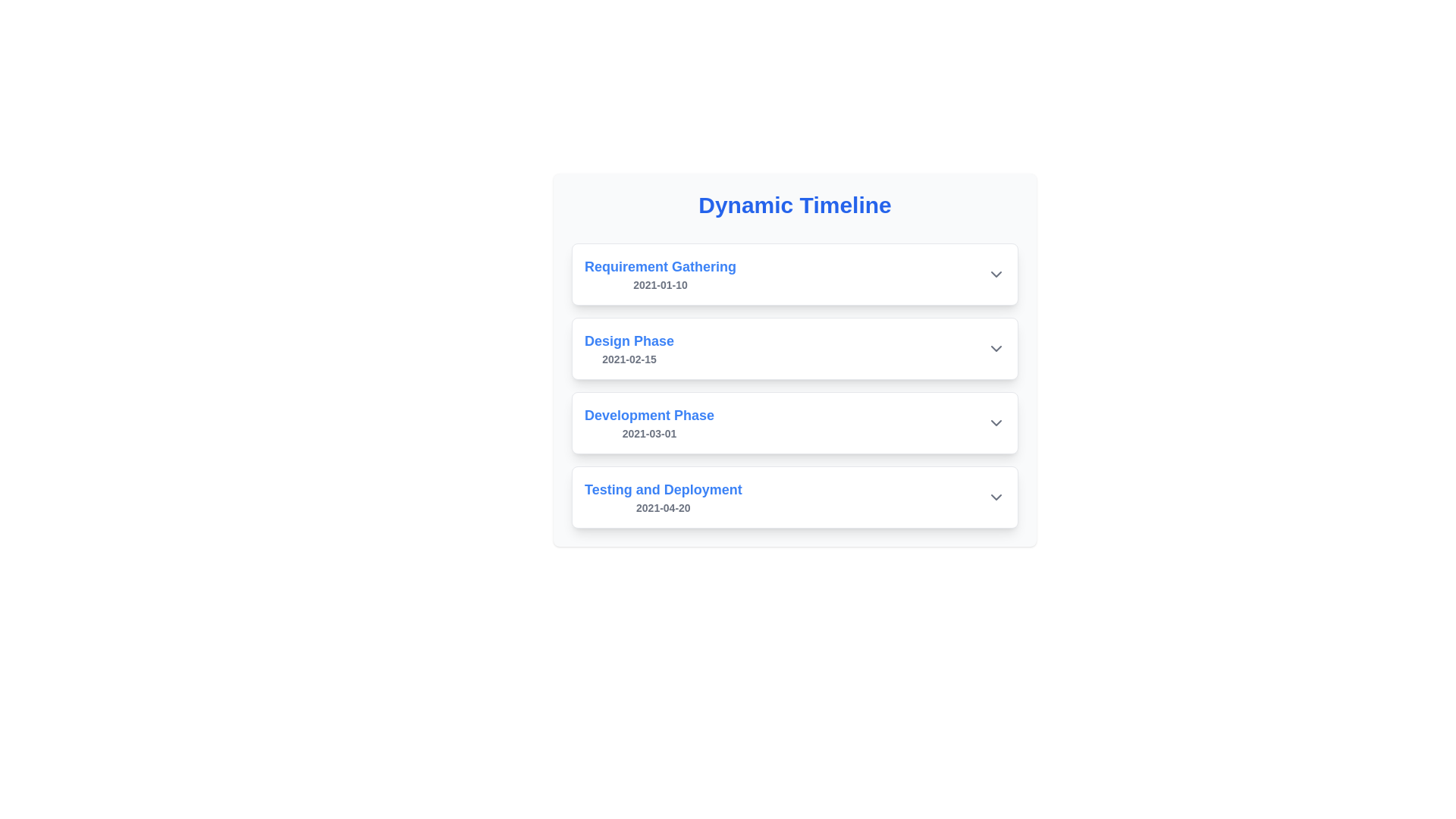 This screenshot has height=819, width=1456. What do you see at coordinates (661, 265) in the screenshot?
I see `the text label displaying 'Requirement Gathering' which is a bold, blue title-like label located above the date text '2021-01-10'` at bounding box center [661, 265].